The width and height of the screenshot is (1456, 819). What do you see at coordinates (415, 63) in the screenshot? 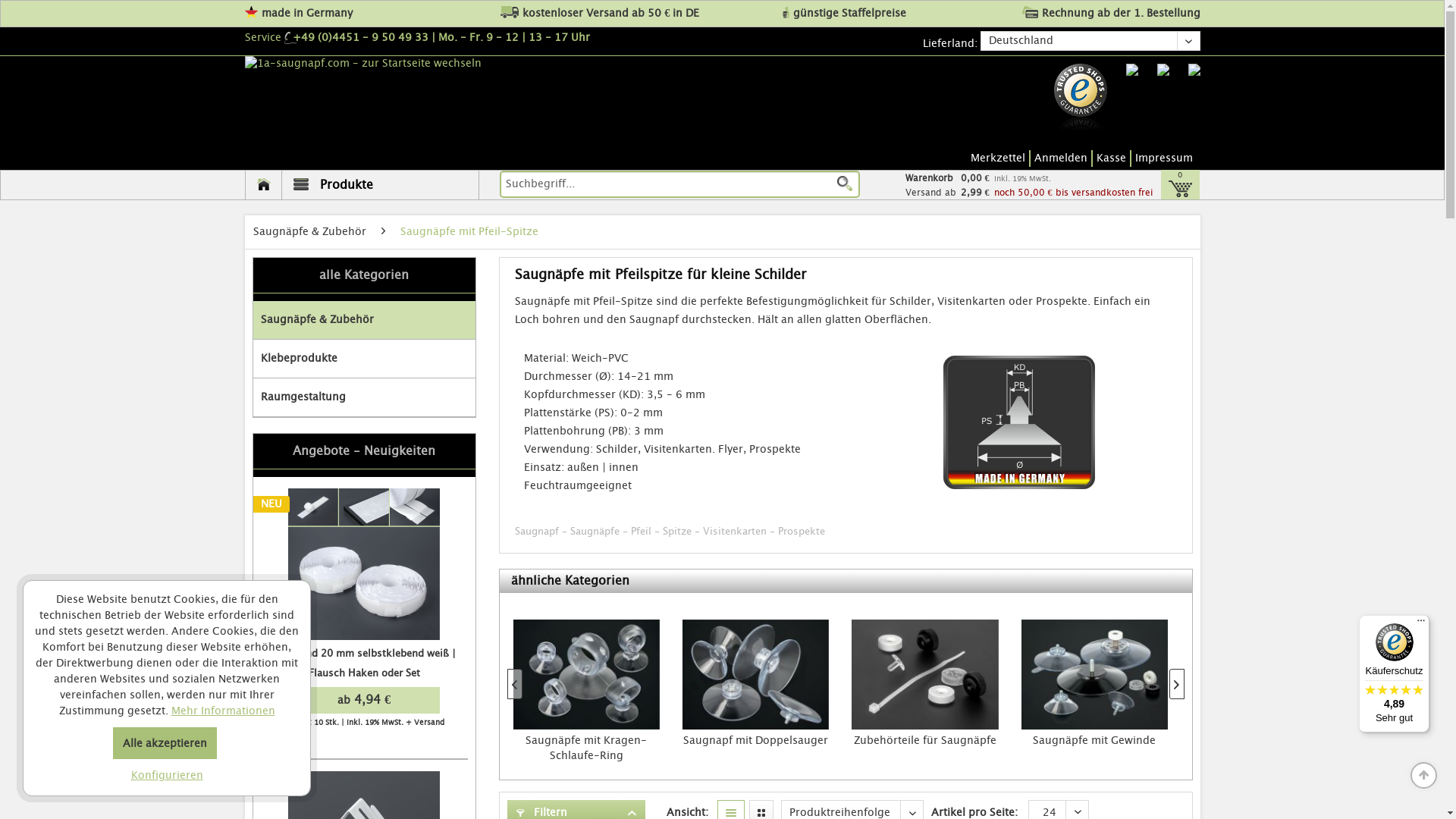
I see `'1a-saugnapf.com - zur Startseite wechseln'` at bounding box center [415, 63].